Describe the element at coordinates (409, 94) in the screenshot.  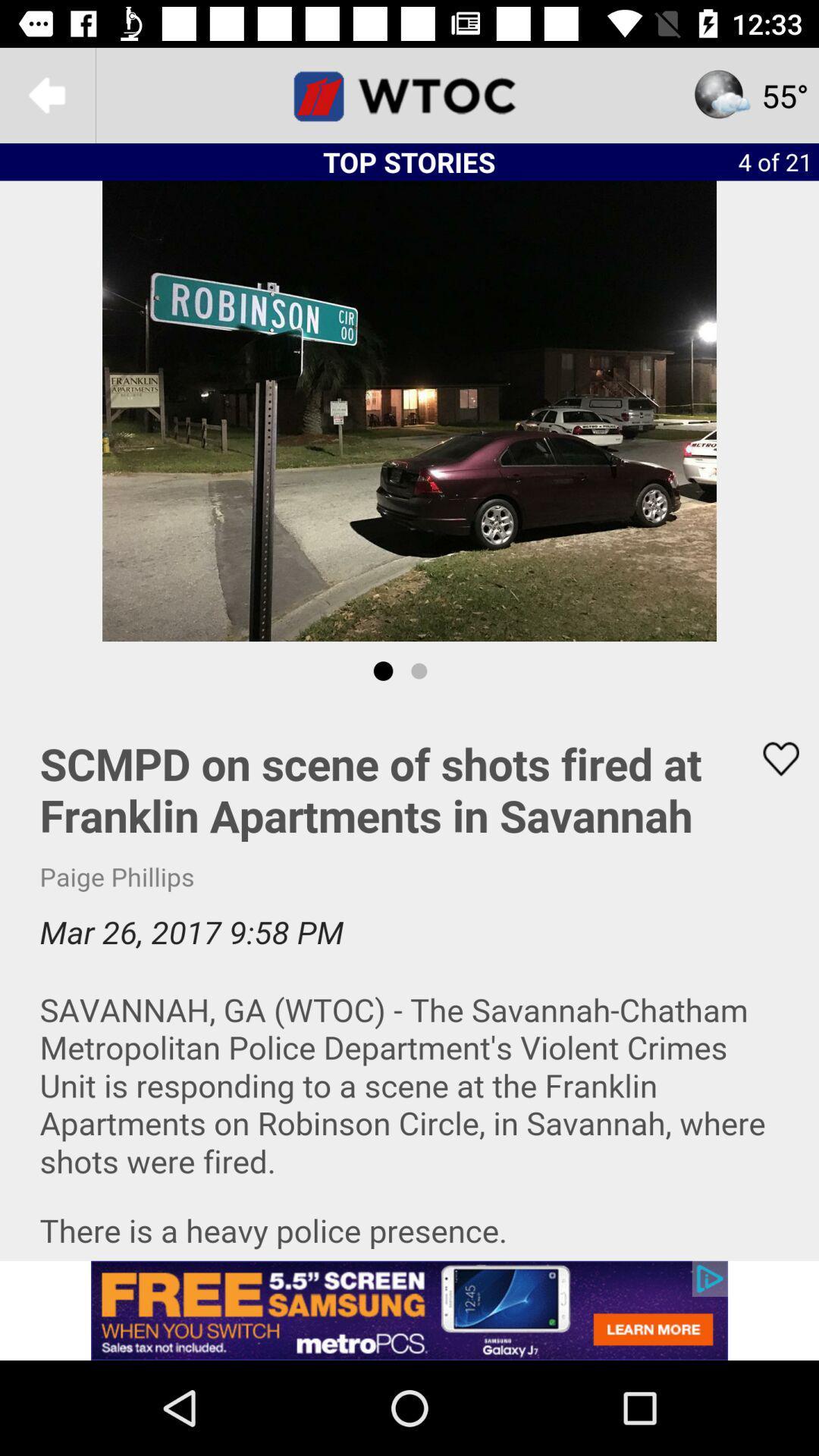
I see `check deals` at that location.